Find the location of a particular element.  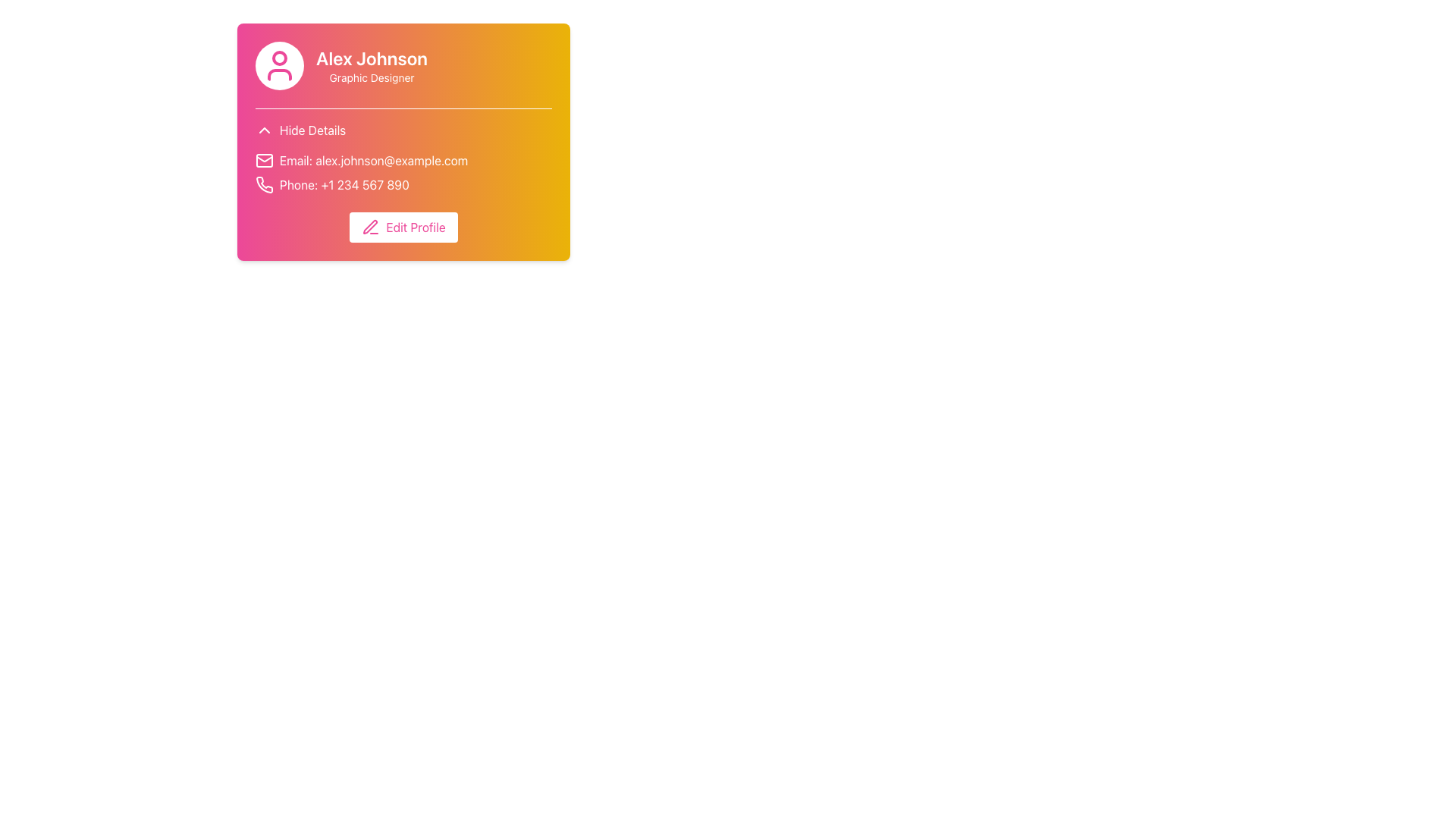

the small circular detail within the user icon located at the upper region of the head's outline is located at coordinates (280, 58).